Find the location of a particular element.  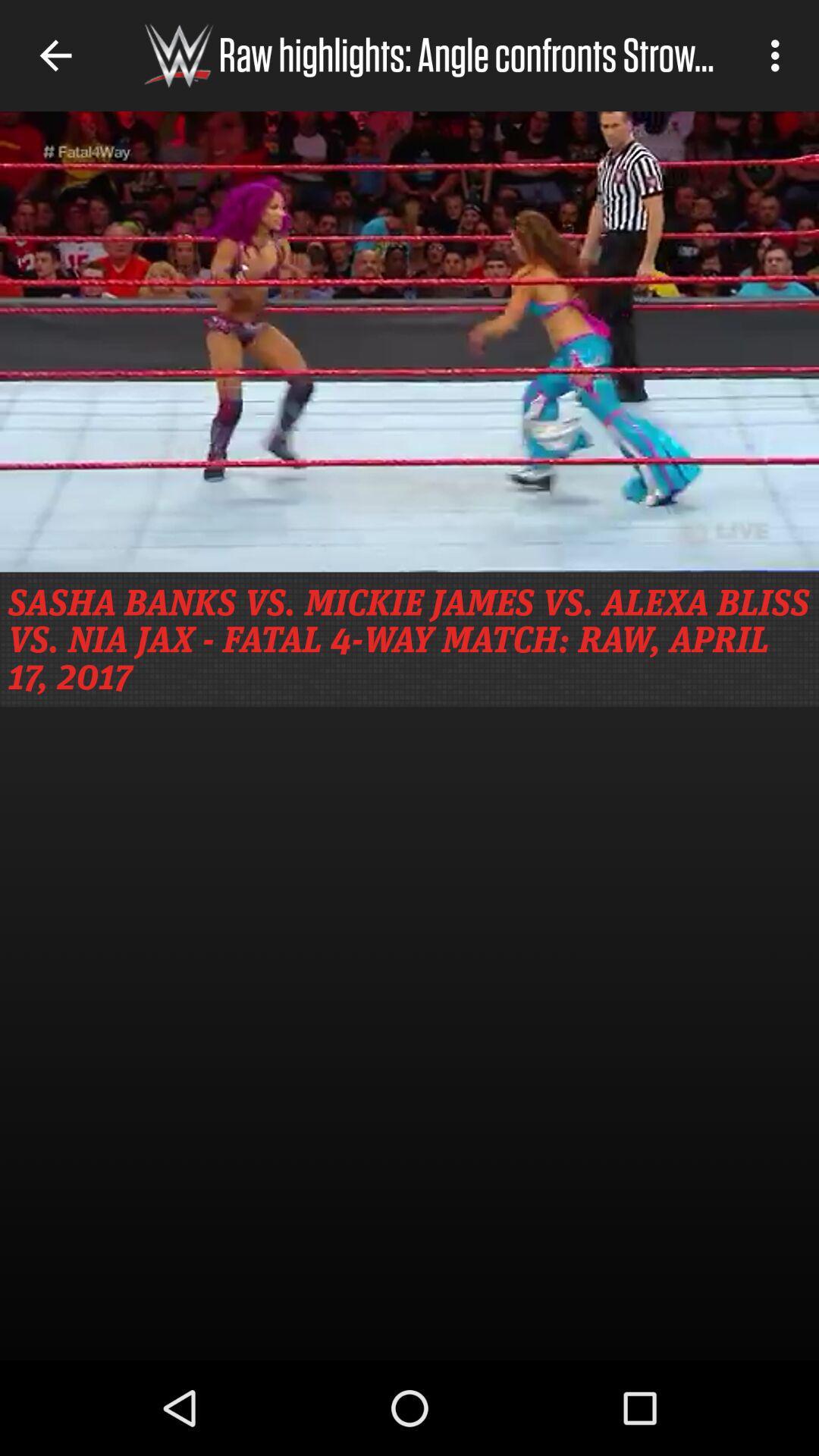

icon to the right of raw highlights angle is located at coordinates (779, 55).